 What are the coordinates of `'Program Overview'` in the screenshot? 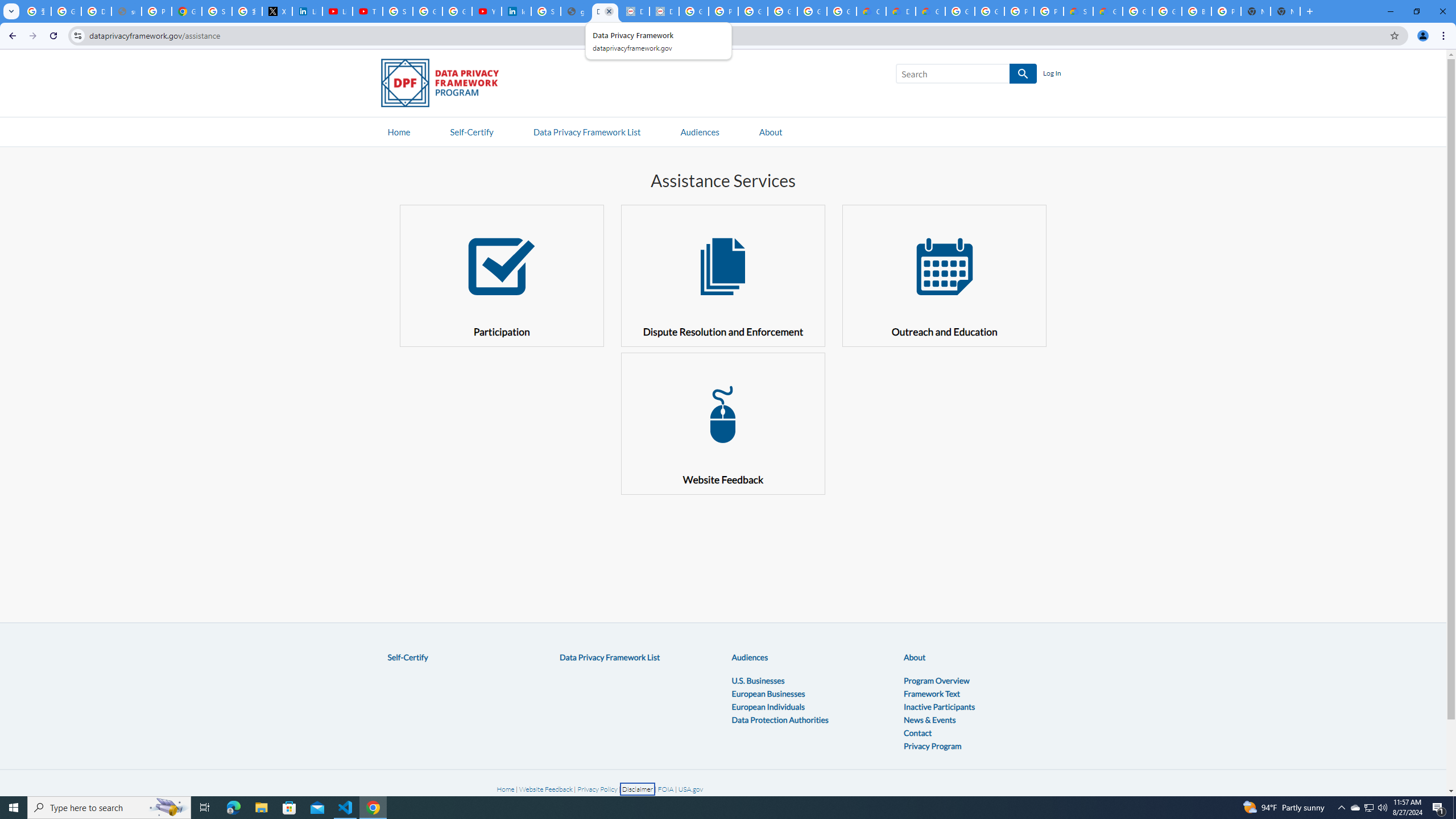 It's located at (936, 679).